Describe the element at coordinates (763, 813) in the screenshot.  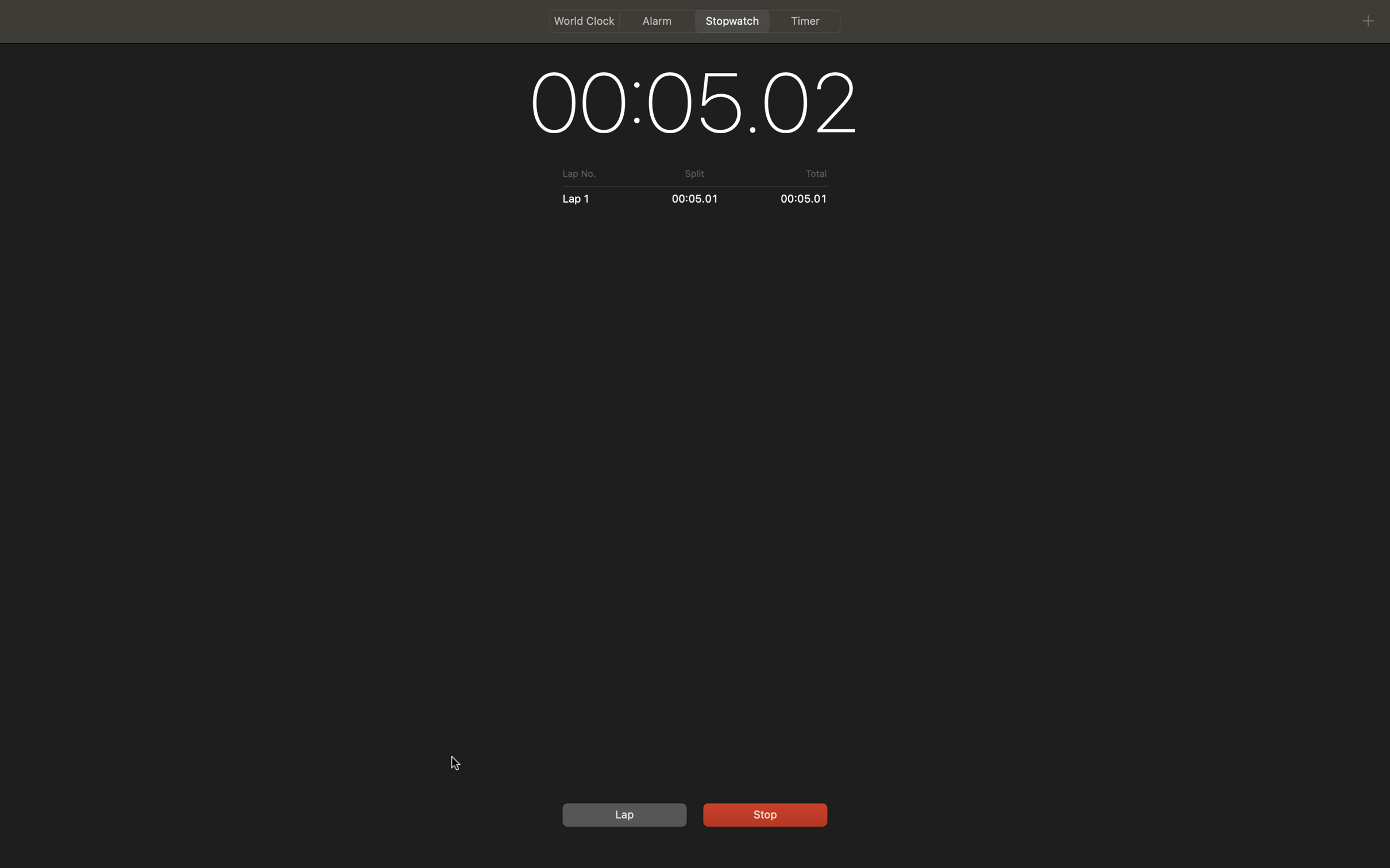
I see `Resume the timing function and then log a lap duration` at that location.